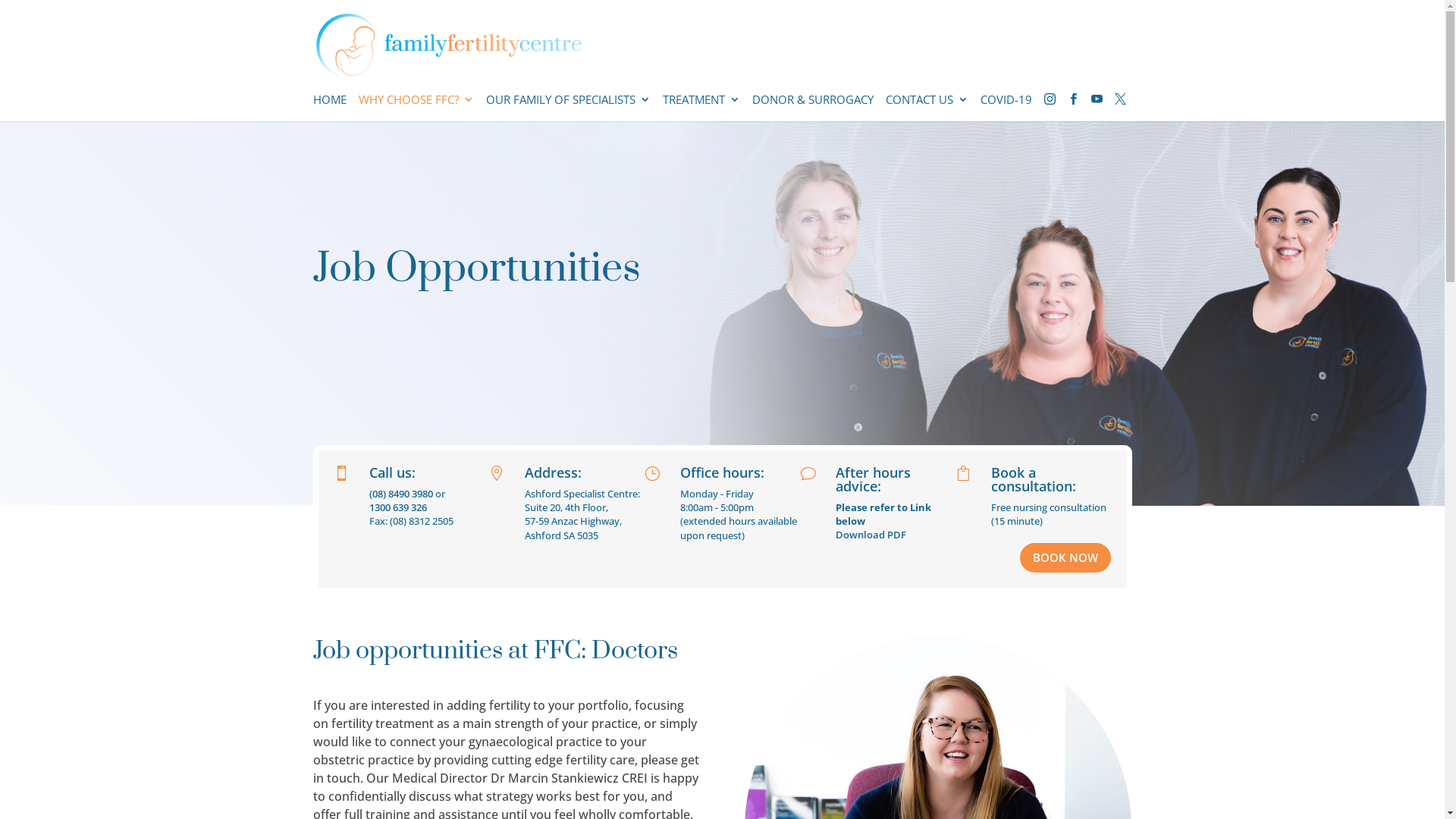 This screenshot has width=1456, height=819. I want to click on 'COVID-19', so click(1005, 107).